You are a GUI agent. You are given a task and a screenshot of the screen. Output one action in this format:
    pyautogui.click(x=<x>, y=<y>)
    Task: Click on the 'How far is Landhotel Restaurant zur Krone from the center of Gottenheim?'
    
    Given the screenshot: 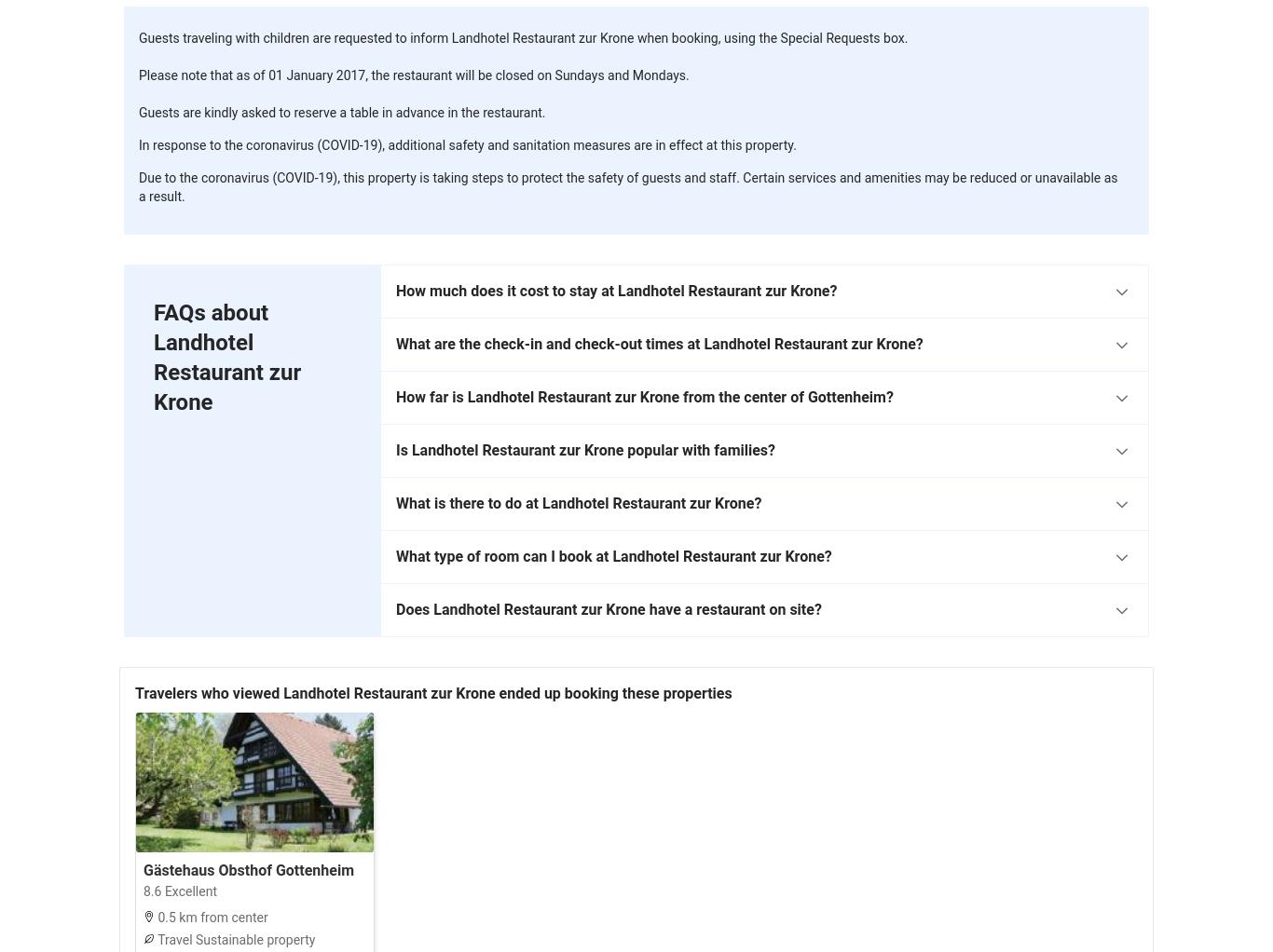 What is the action you would take?
    pyautogui.click(x=644, y=397)
    